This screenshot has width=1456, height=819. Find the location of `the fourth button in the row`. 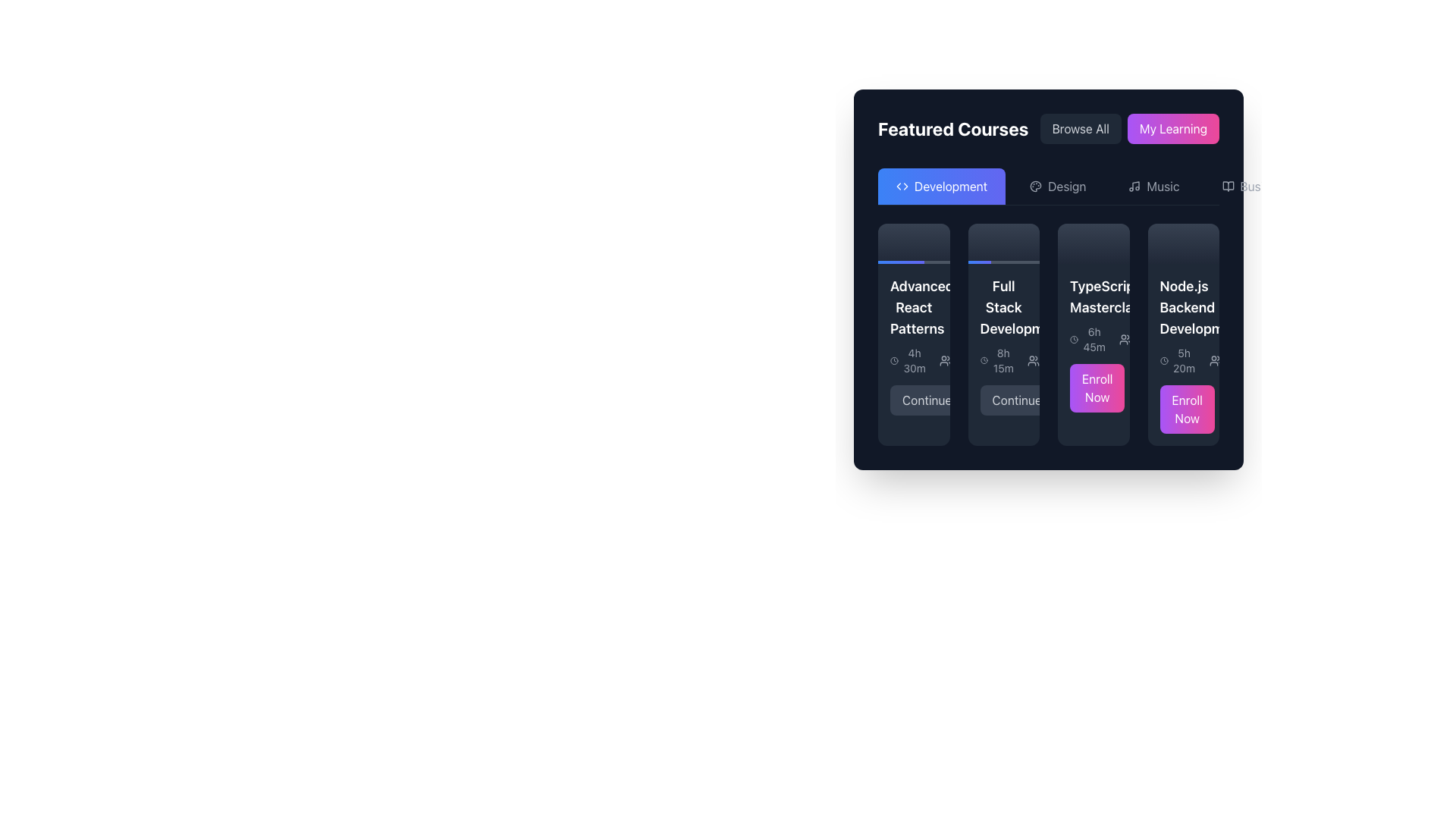

the fourth button in the row is located at coordinates (1255, 186).